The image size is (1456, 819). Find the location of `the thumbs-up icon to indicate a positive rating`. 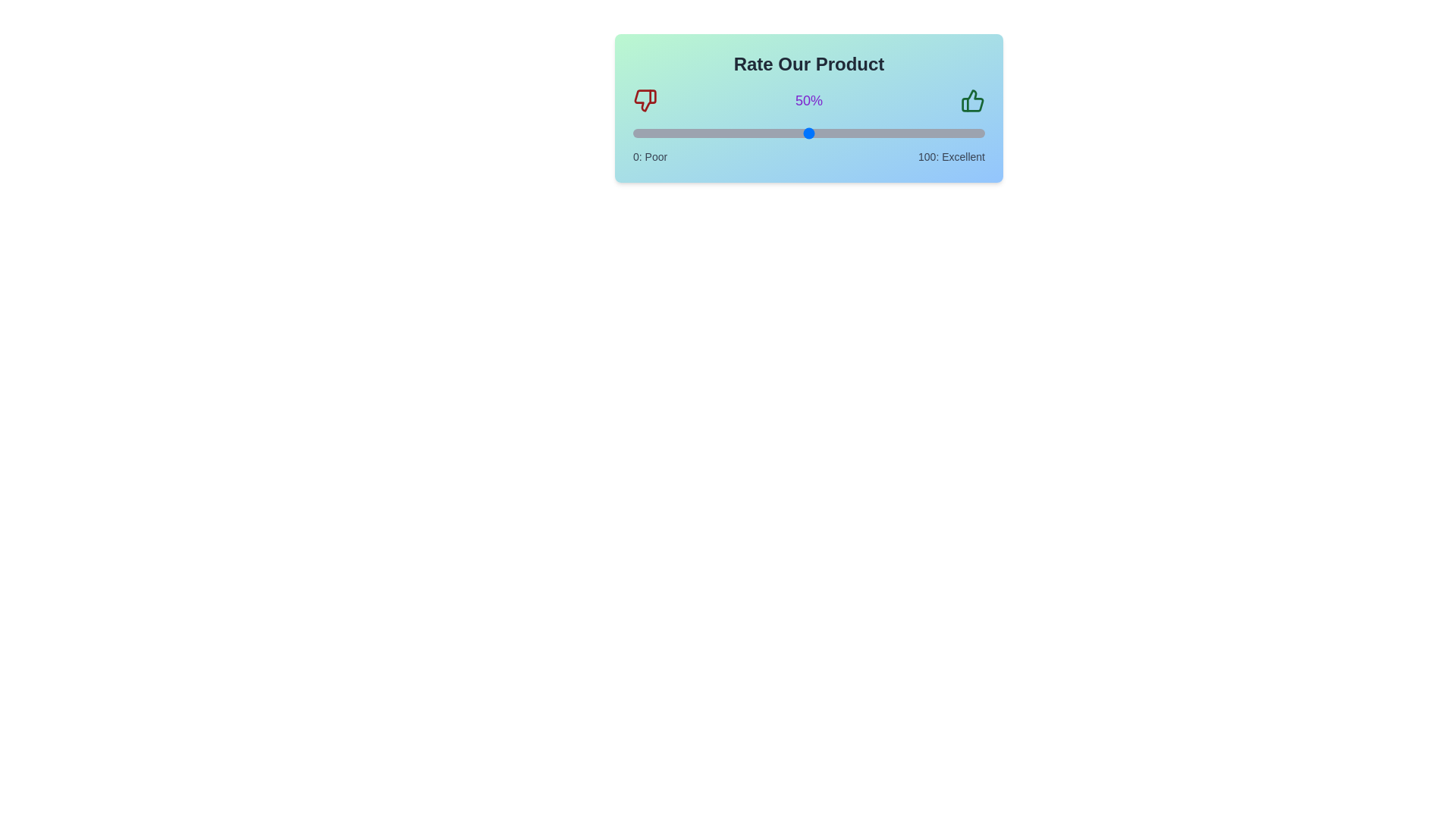

the thumbs-up icon to indicate a positive rating is located at coordinates (971, 100).